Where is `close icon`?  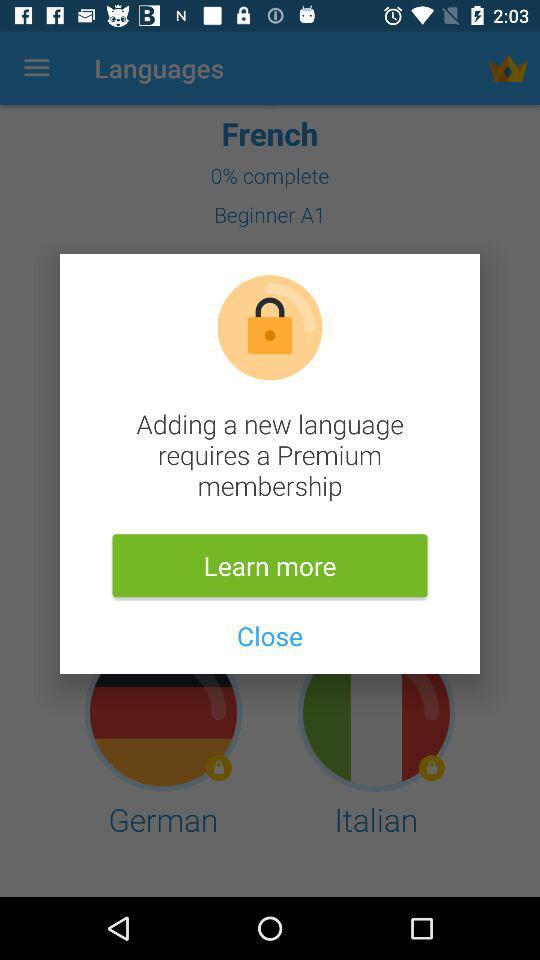 close icon is located at coordinates (270, 634).